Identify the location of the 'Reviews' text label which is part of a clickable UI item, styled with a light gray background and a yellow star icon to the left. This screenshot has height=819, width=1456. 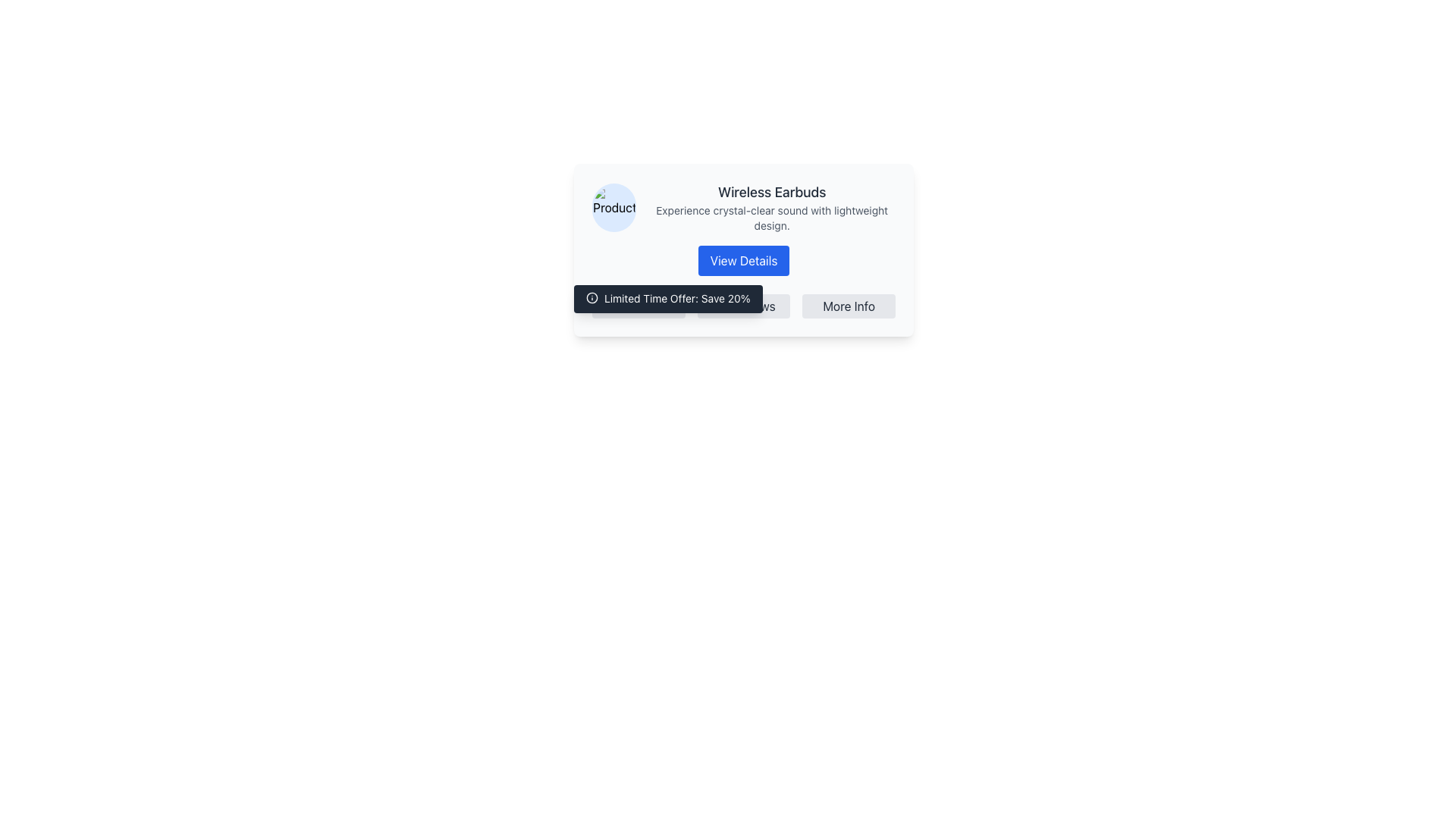
(753, 306).